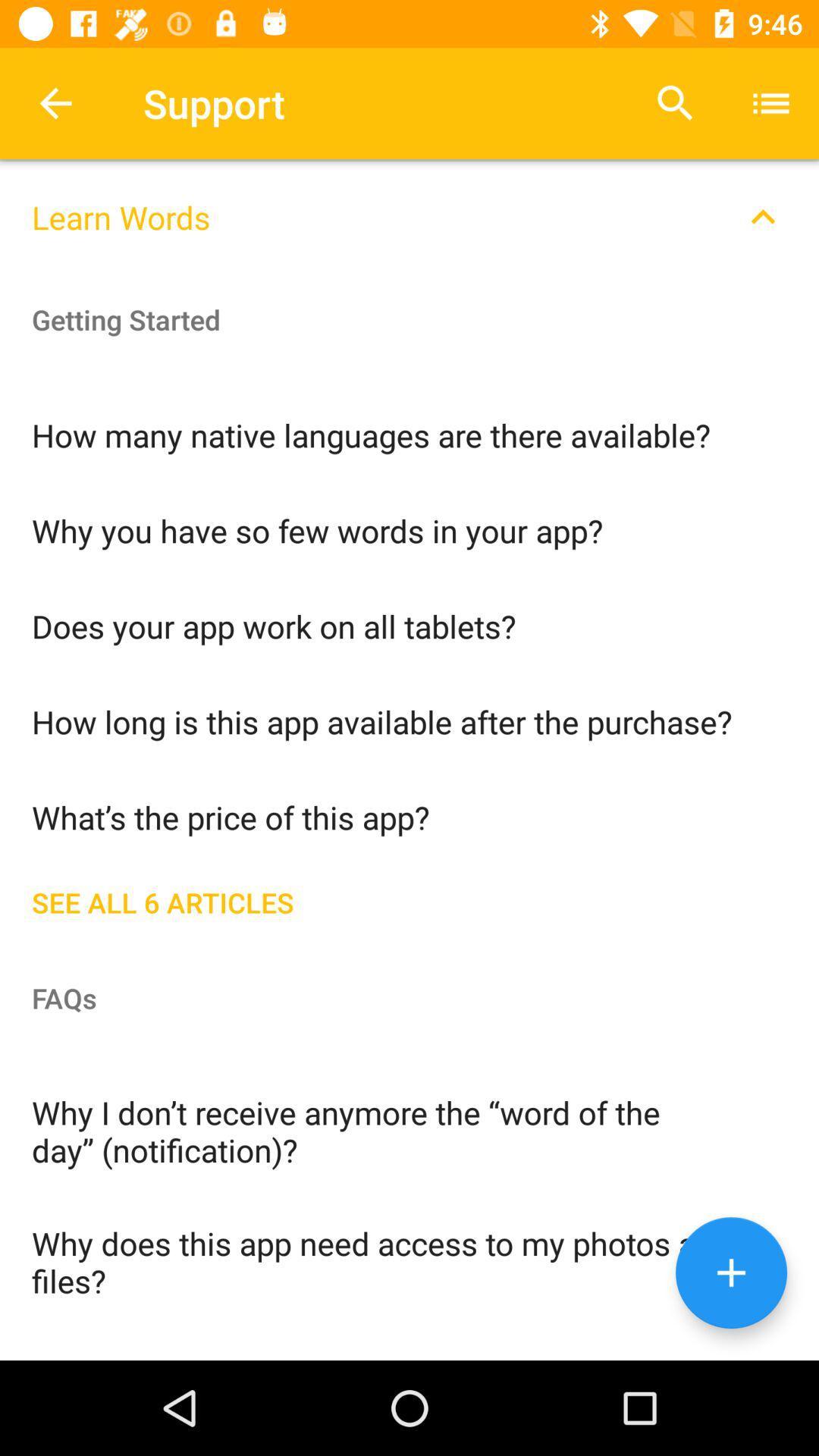  Describe the element at coordinates (409, 899) in the screenshot. I see `see all 6 item` at that location.